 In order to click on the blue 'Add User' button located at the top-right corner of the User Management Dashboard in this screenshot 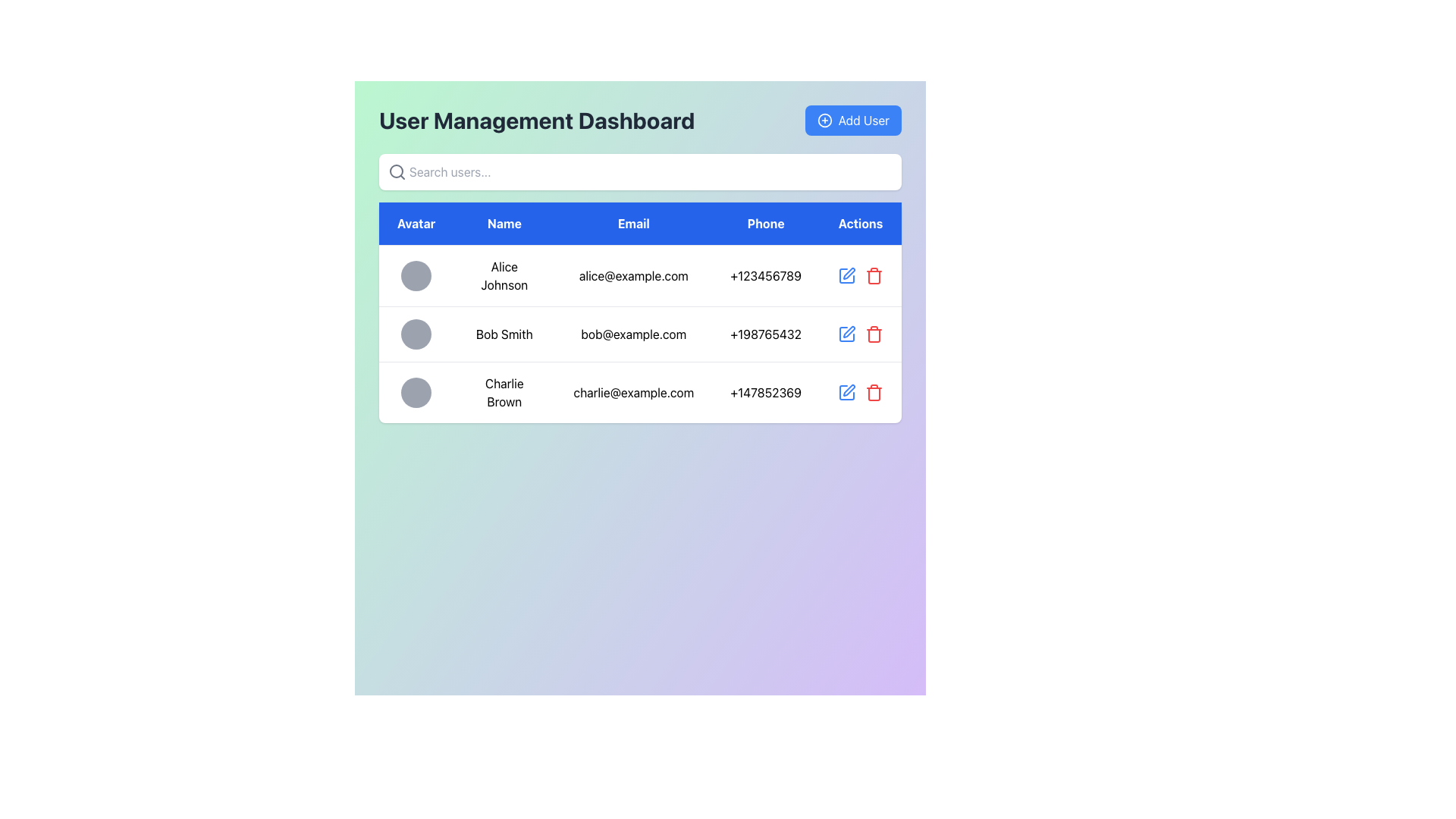, I will do `click(853, 119)`.